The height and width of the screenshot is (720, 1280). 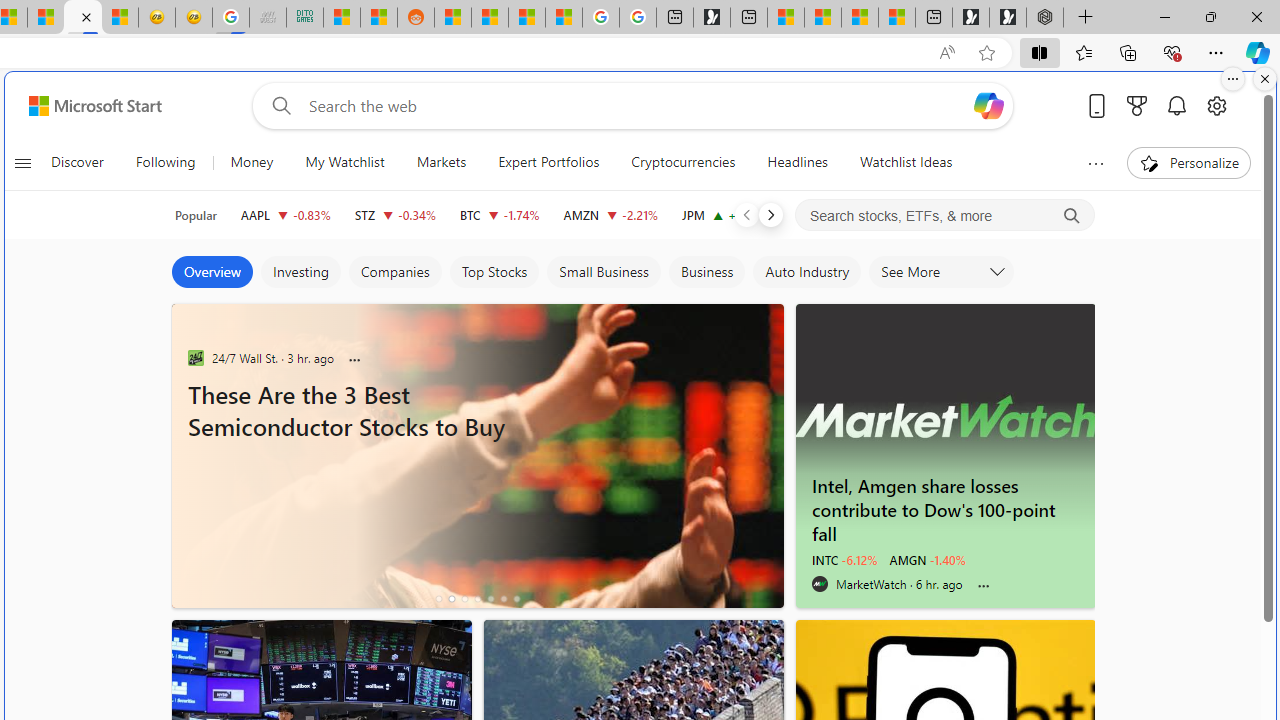 I want to click on 'Skip to footer', so click(x=82, y=105).